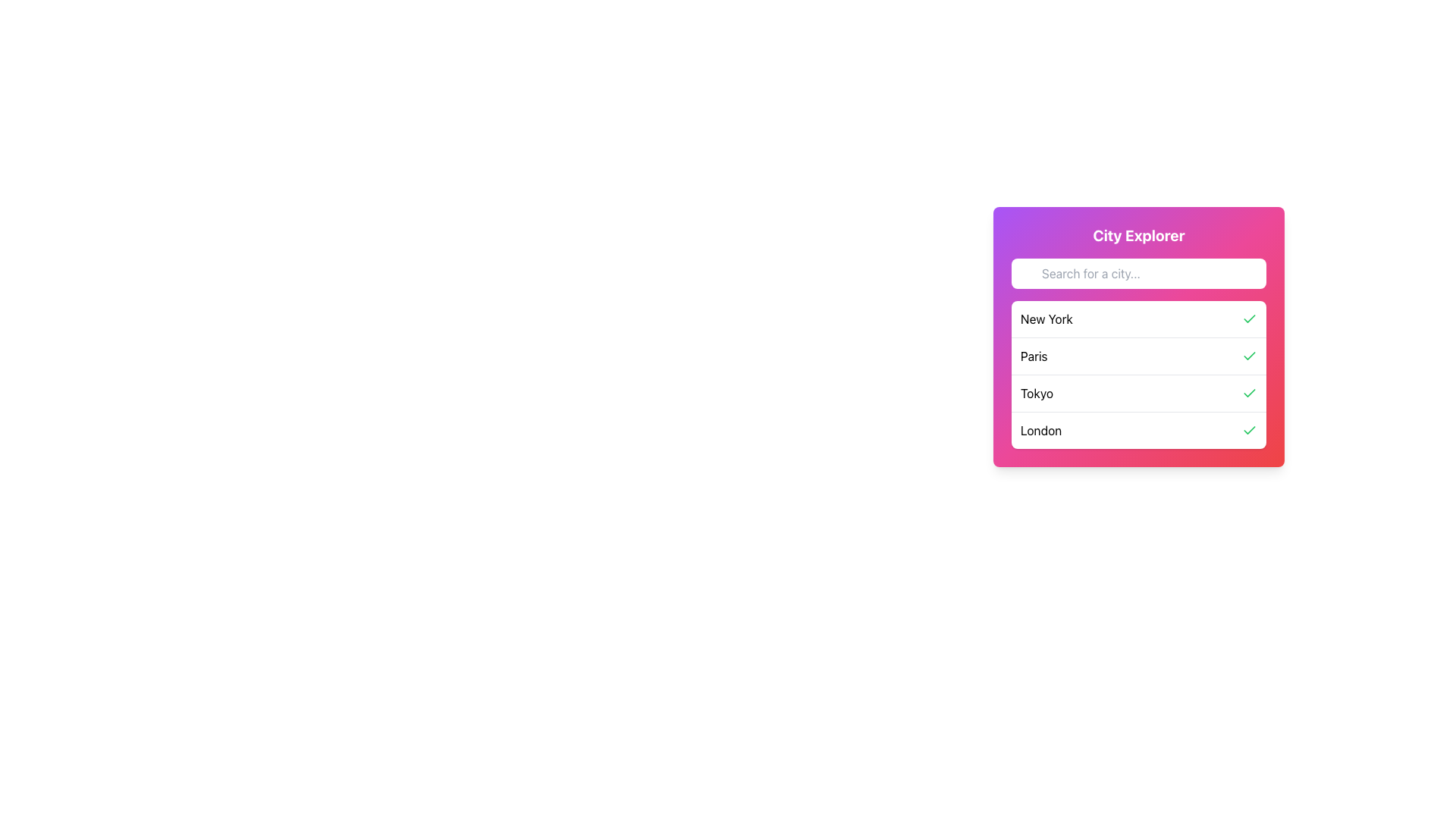 This screenshot has height=819, width=1456. I want to click on the selectable list item labeled 'Paris', which is the second item in a vertical list of four items, so click(1139, 356).